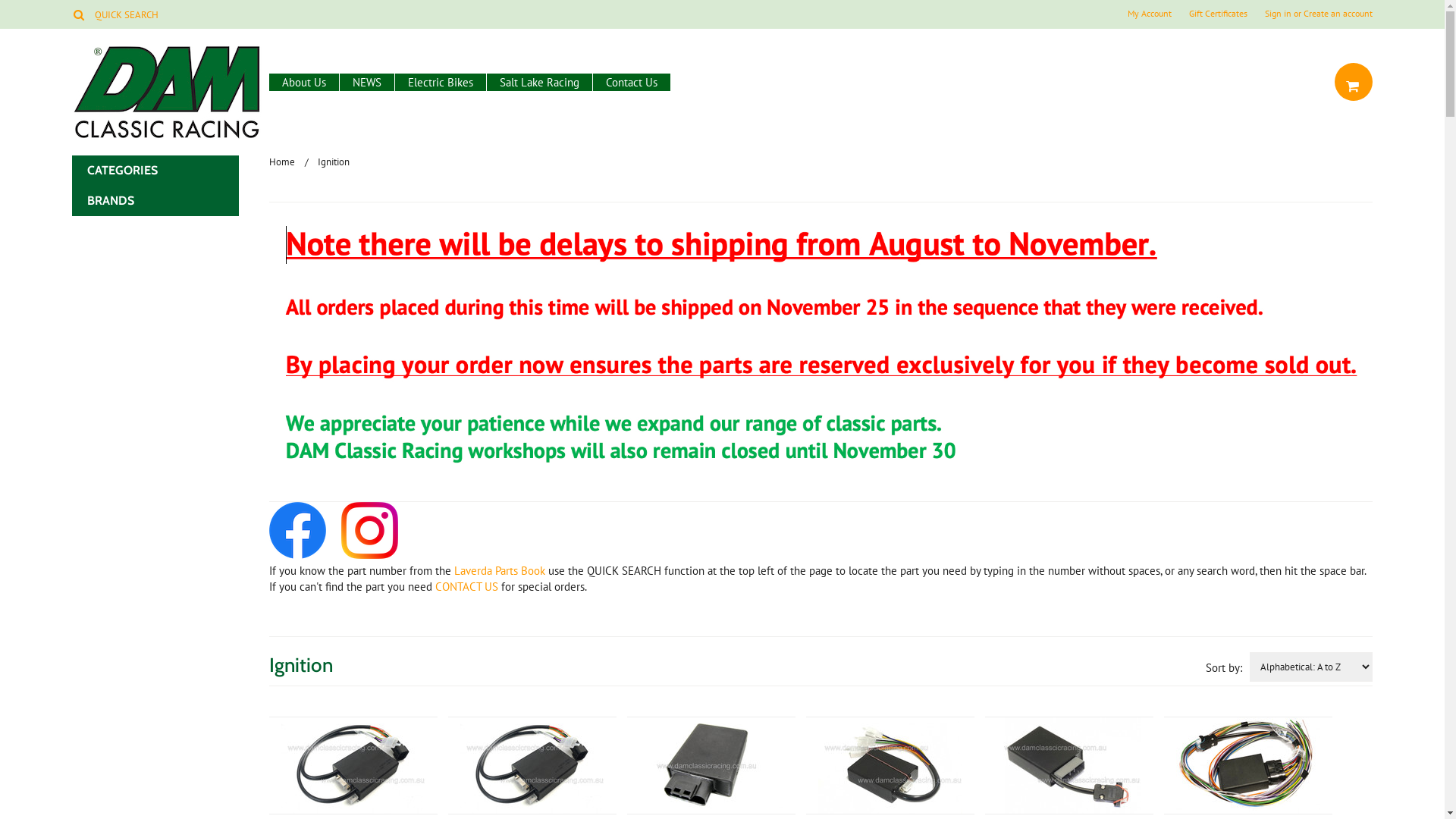 The height and width of the screenshot is (819, 1456). Describe the element at coordinates (1338, 14) in the screenshot. I see `'Create an account'` at that location.